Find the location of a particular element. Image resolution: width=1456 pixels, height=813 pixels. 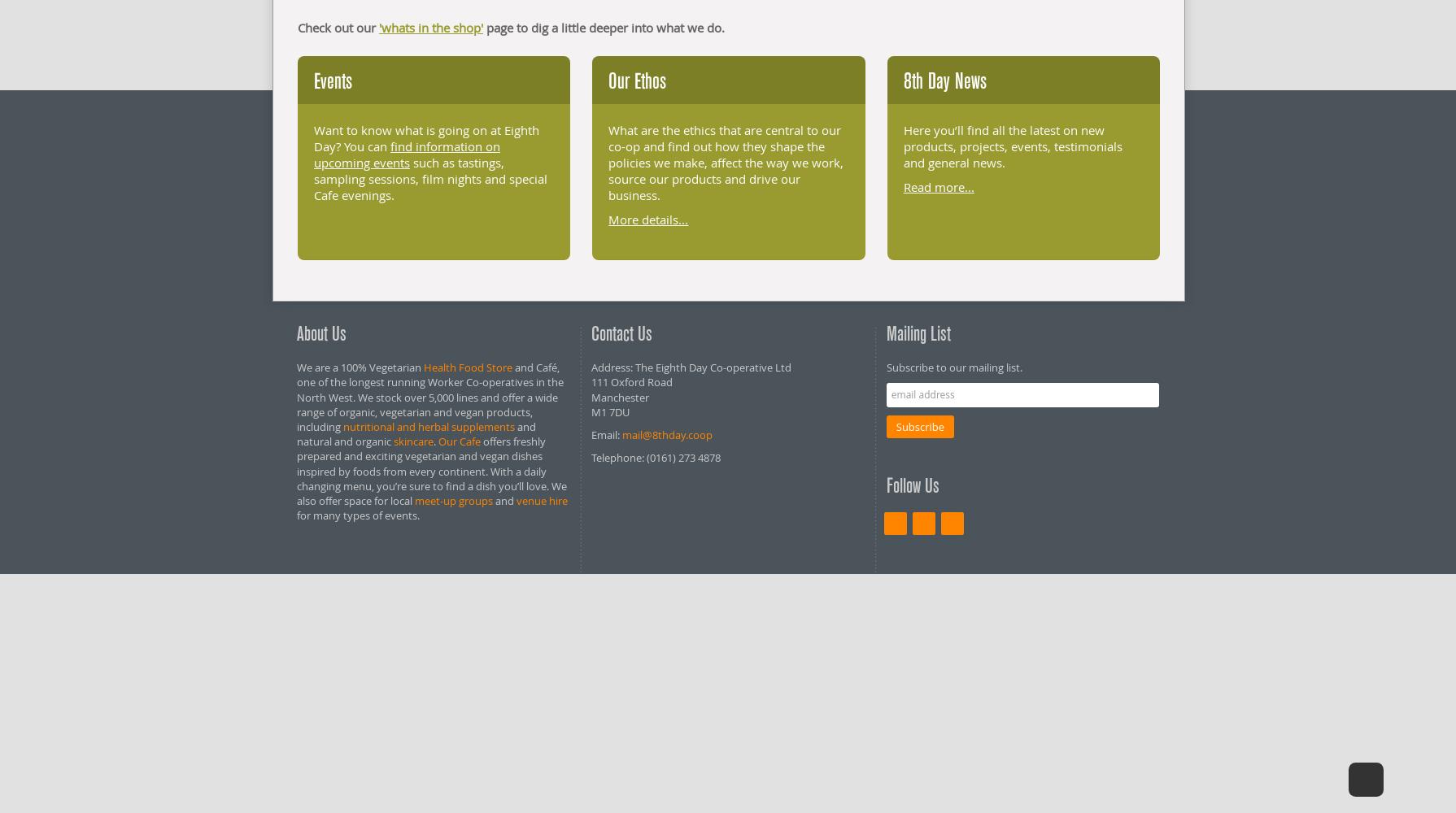

'page to dig a little deeper into what we do.' is located at coordinates (603, 28).